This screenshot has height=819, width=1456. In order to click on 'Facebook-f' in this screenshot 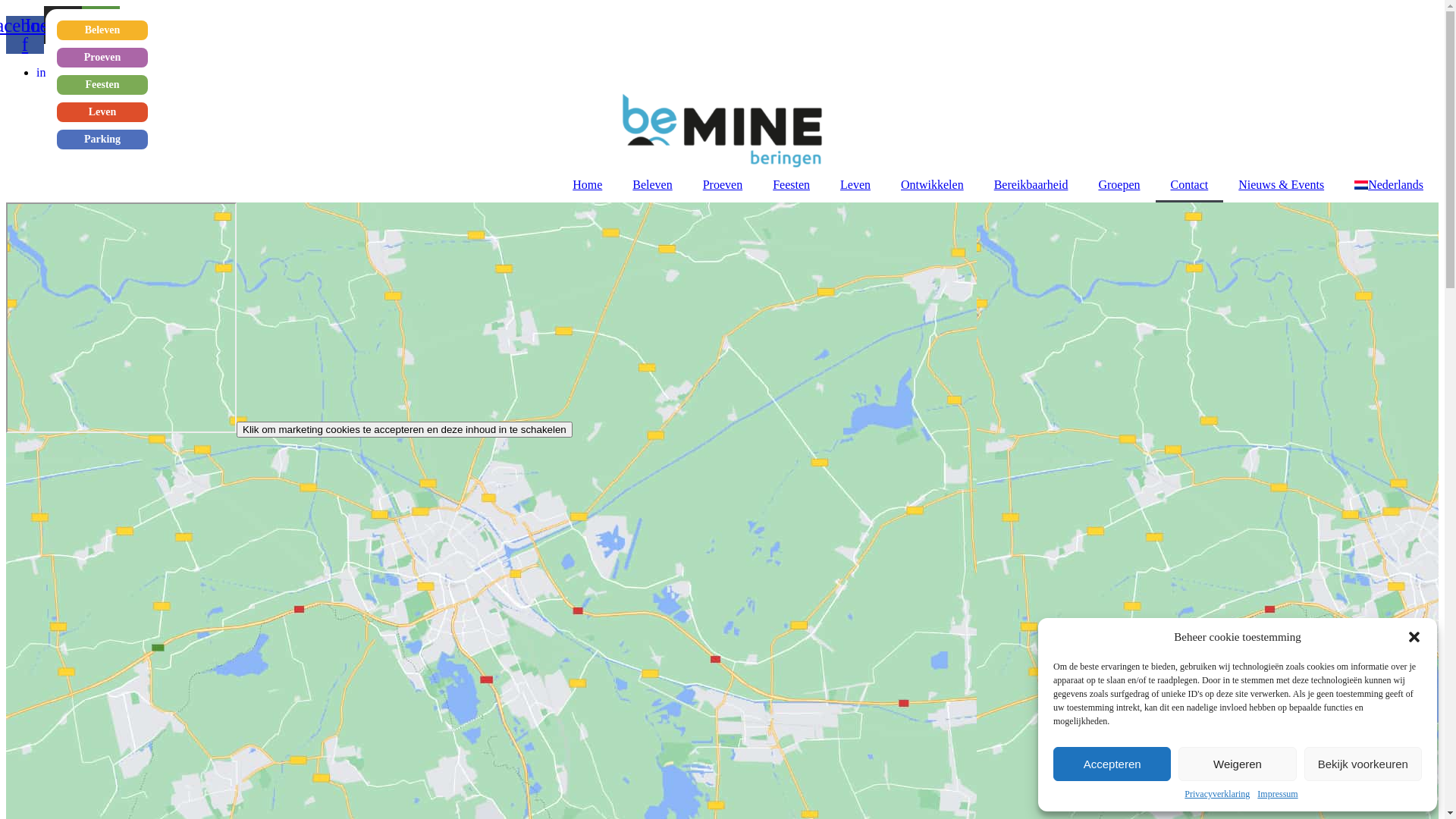, I will do `click(6, 34)`.